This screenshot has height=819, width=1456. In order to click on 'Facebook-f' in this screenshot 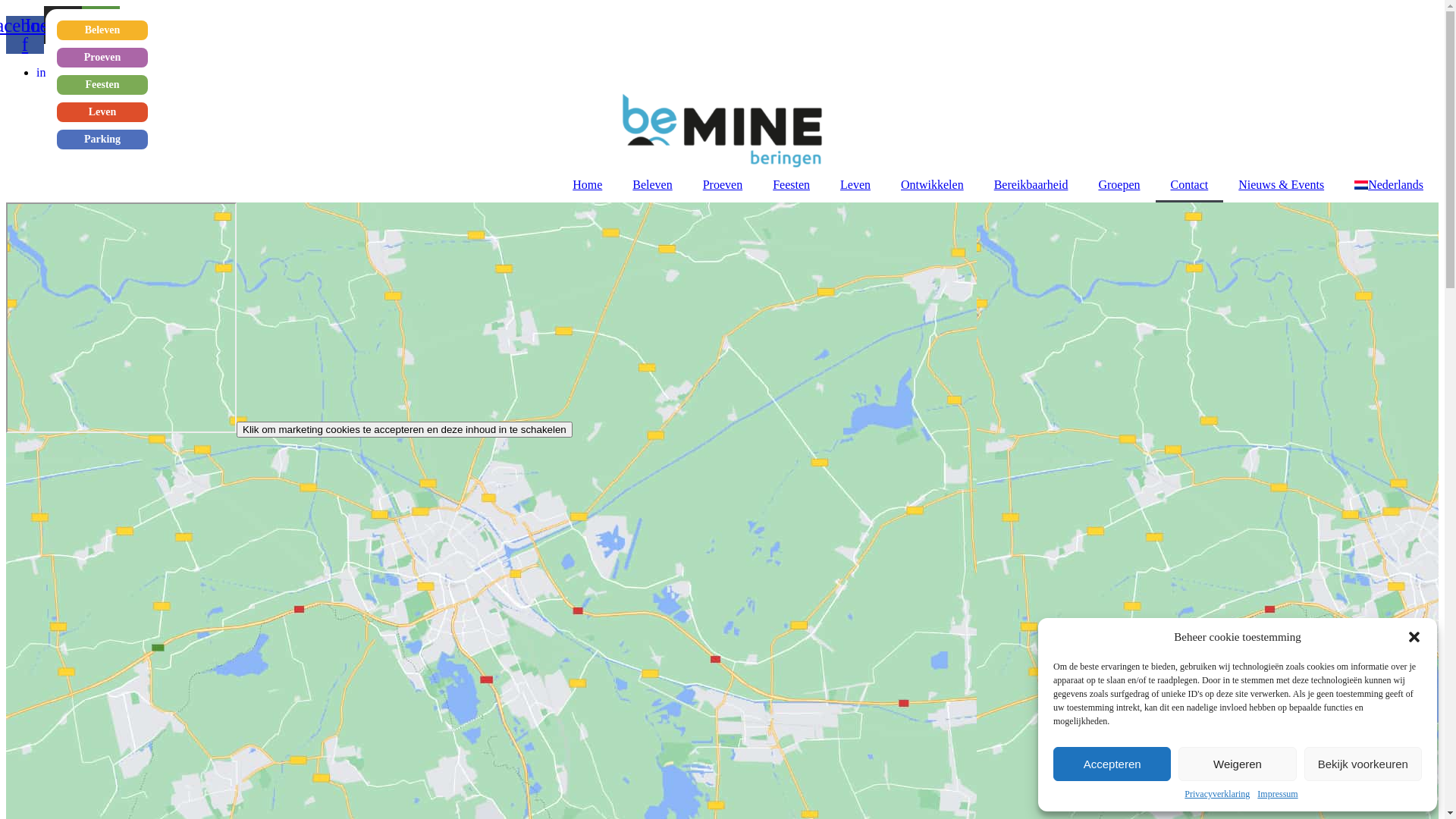, I will do `click(6, 34)`.